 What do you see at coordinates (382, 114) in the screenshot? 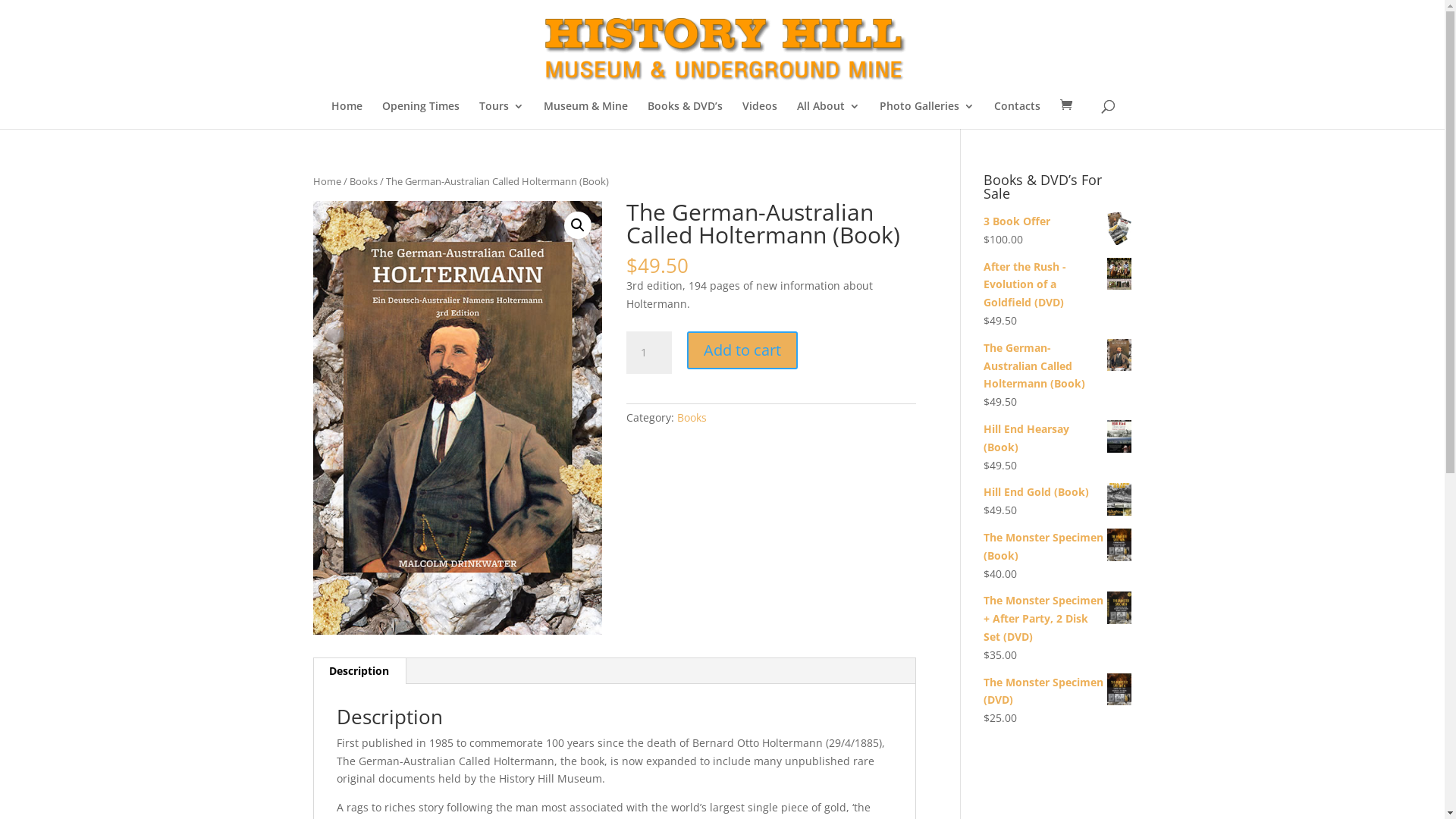
I see `'Opening Times'` at bounding box center [382, 114].